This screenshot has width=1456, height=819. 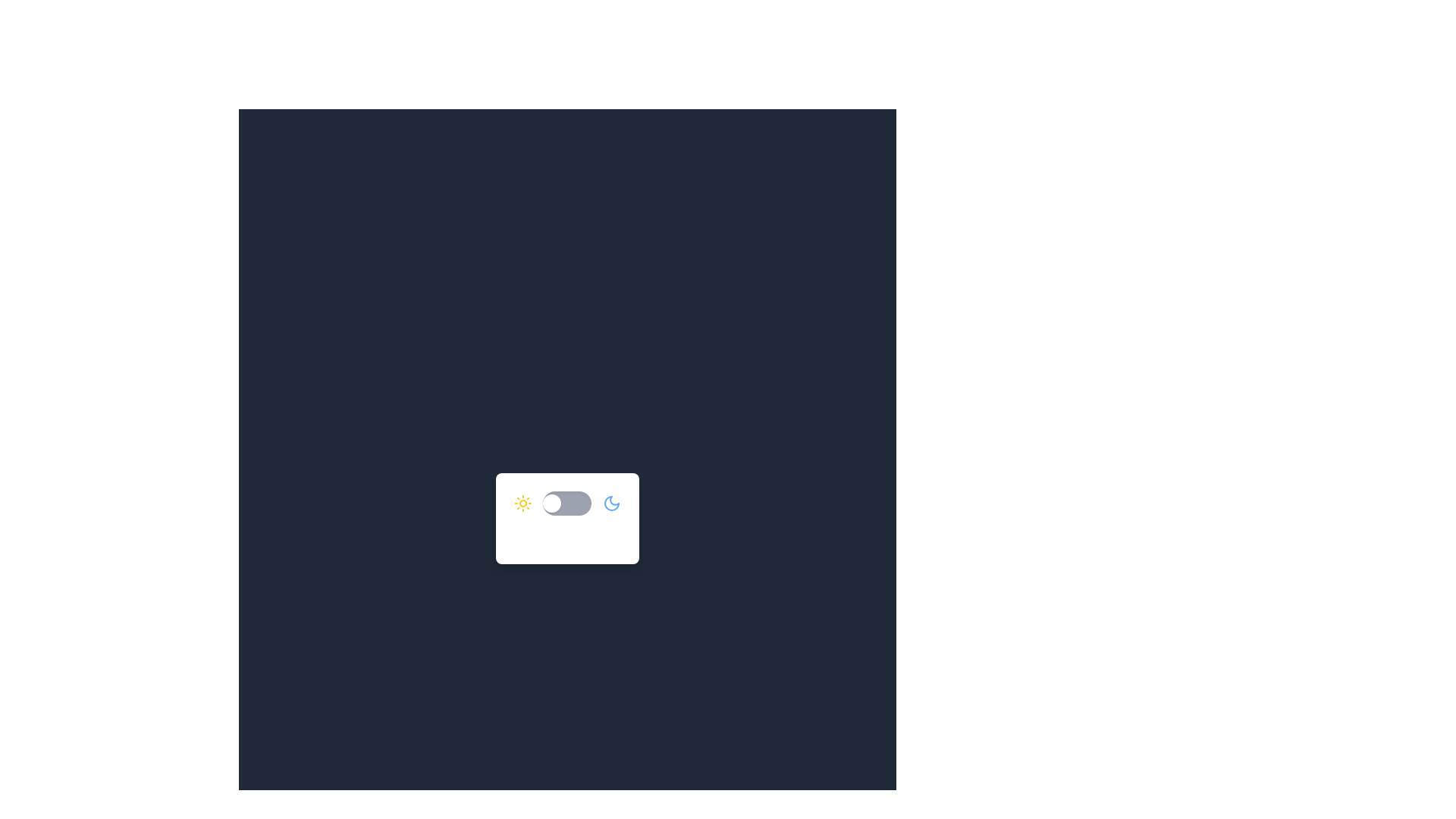 I want to click on the thumb of the toggle switch located centrally within a white card-like section, so click(x=566, y=503).